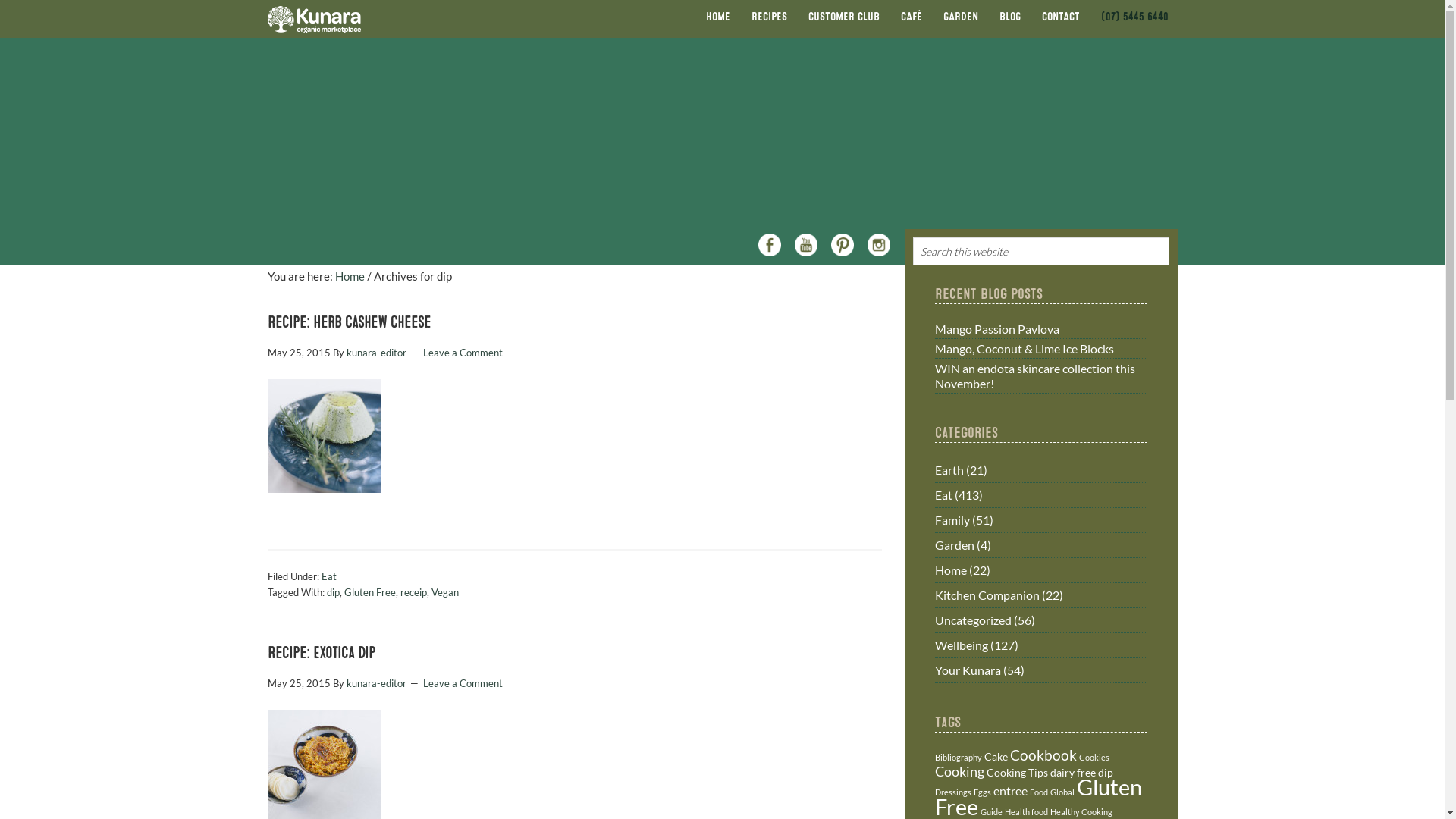 The image size is (1456, 819). What do you see at coordinates (934, 519) in the screenshot?
I see `'Family'` at bounding box center [934, 519].